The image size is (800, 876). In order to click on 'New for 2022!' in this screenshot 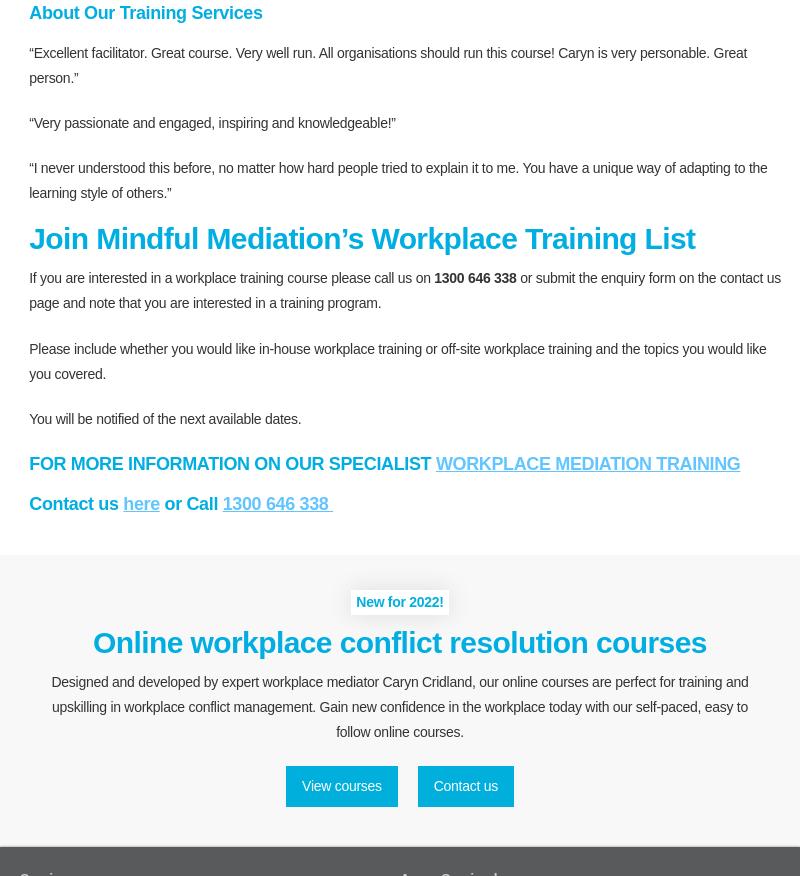, I will do `click(356, 600)`.